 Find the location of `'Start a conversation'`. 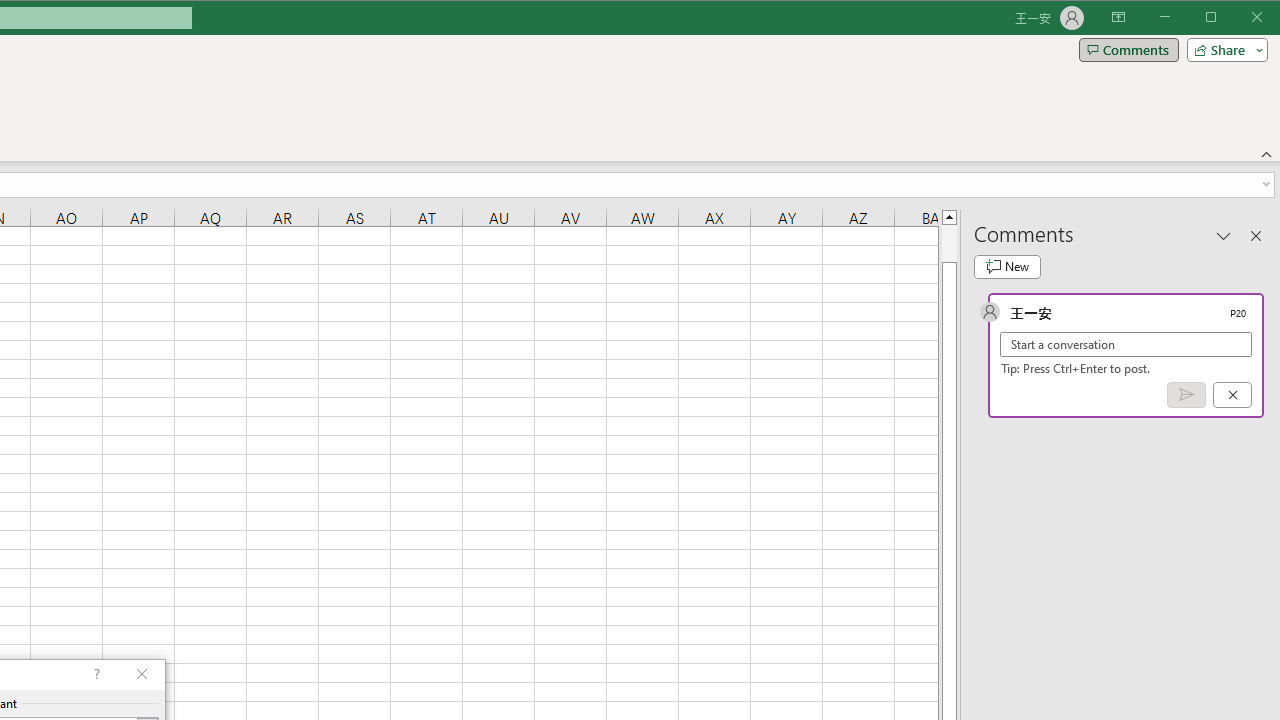

'Start a conversation' is located at coordinates (1126, 343).